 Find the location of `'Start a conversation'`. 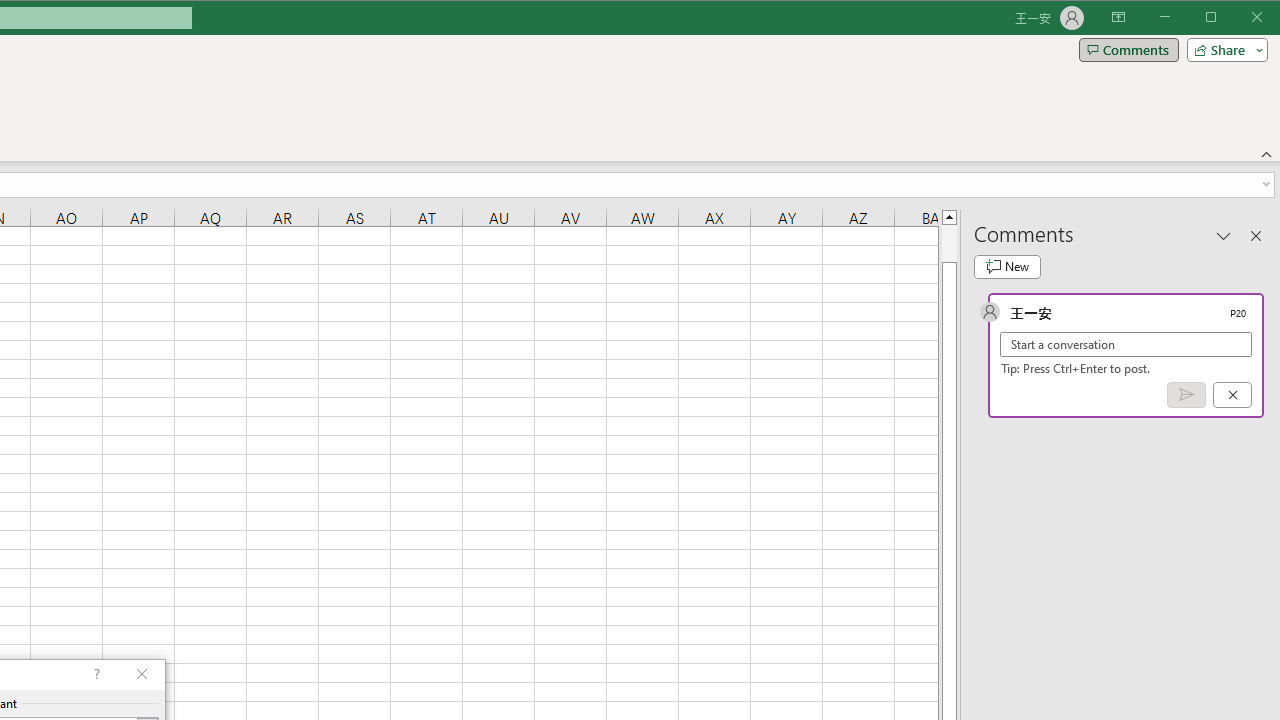

'Start a conversation' is located at coordinates (1126, 343).